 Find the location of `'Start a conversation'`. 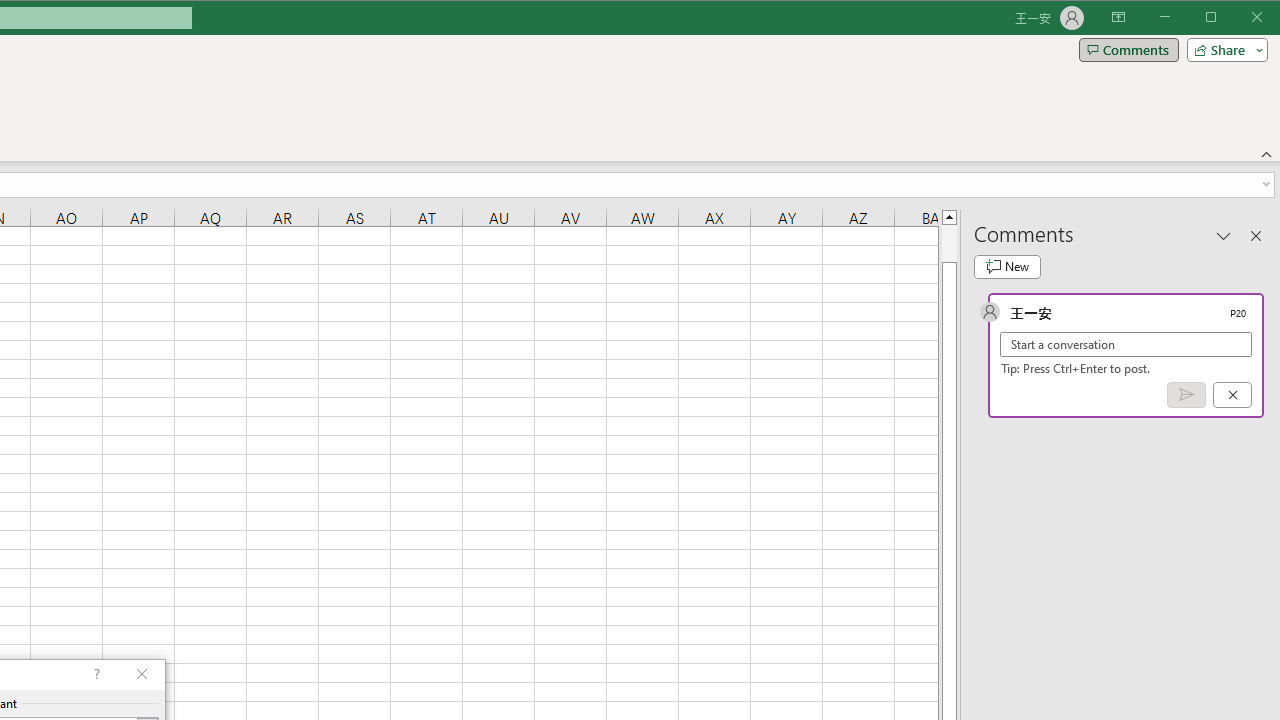

'Start a conversation' is located at coordinates (1126, 343).